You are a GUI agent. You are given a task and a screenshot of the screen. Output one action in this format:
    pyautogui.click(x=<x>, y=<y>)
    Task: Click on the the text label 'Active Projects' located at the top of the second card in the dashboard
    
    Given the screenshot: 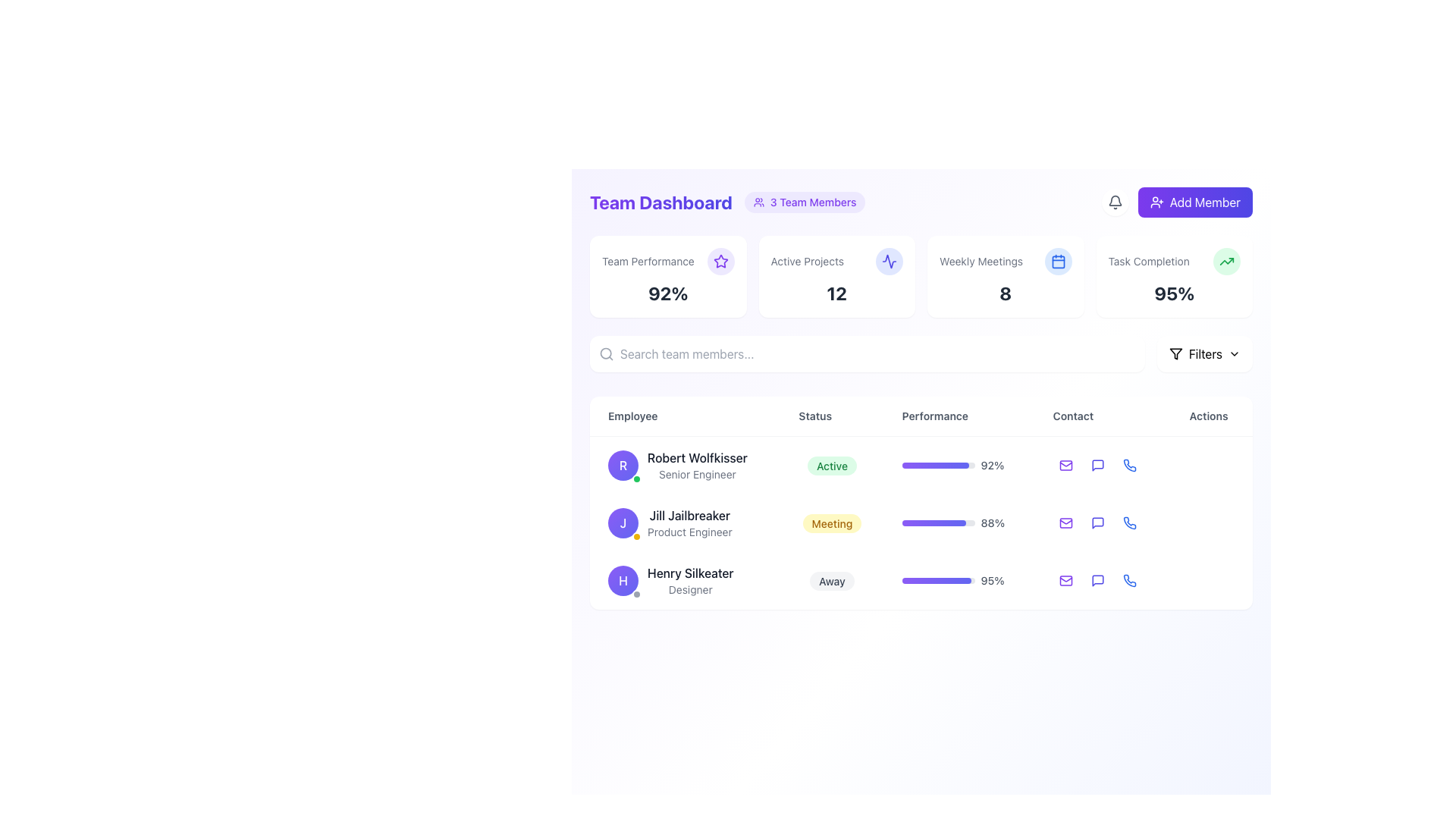 What is the action you would take?
    pyautogui.click(x=836, y=260)
    